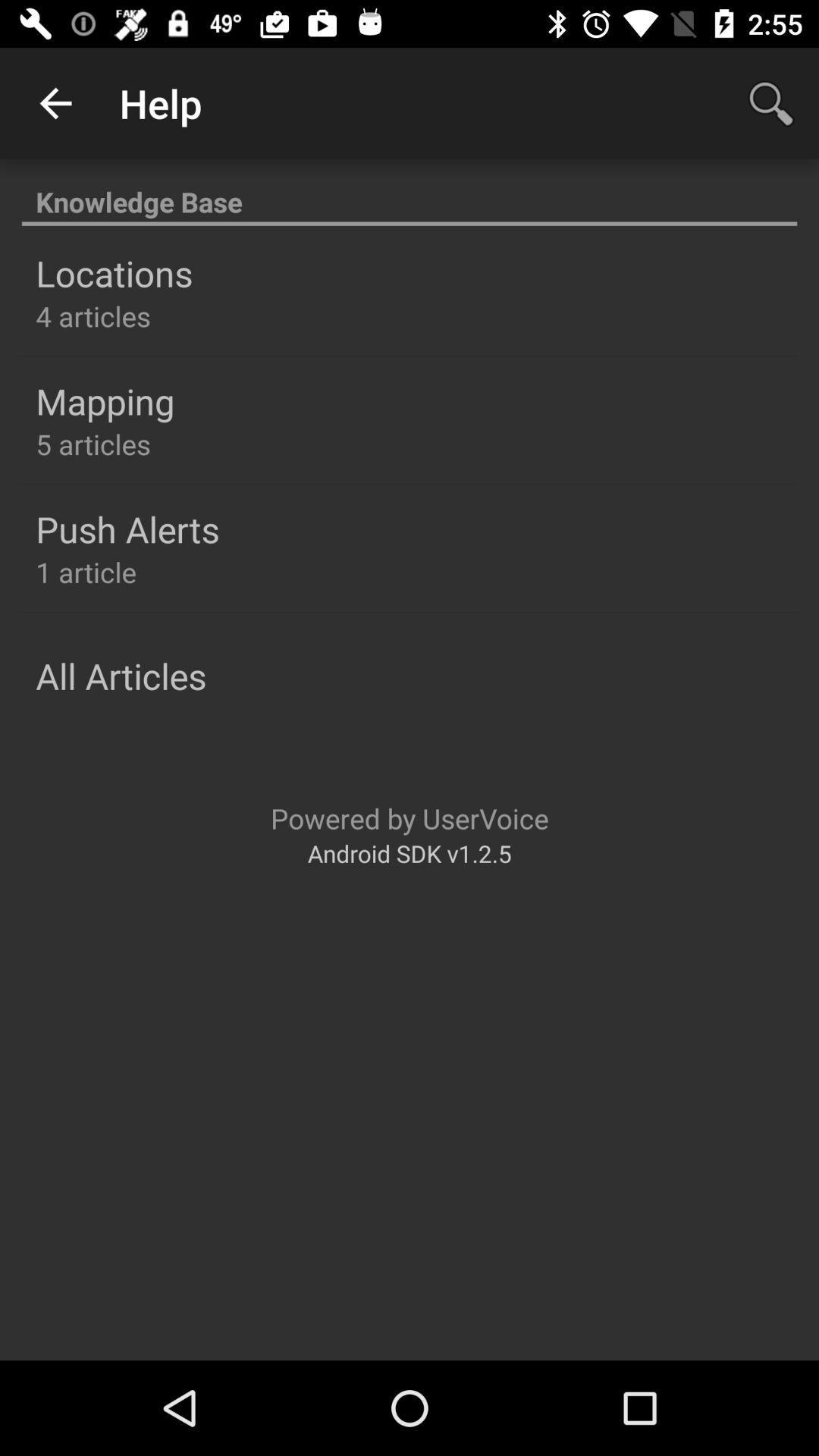 The image size is (819, 1456). I want to click on mapping icon, so click(104, 401).